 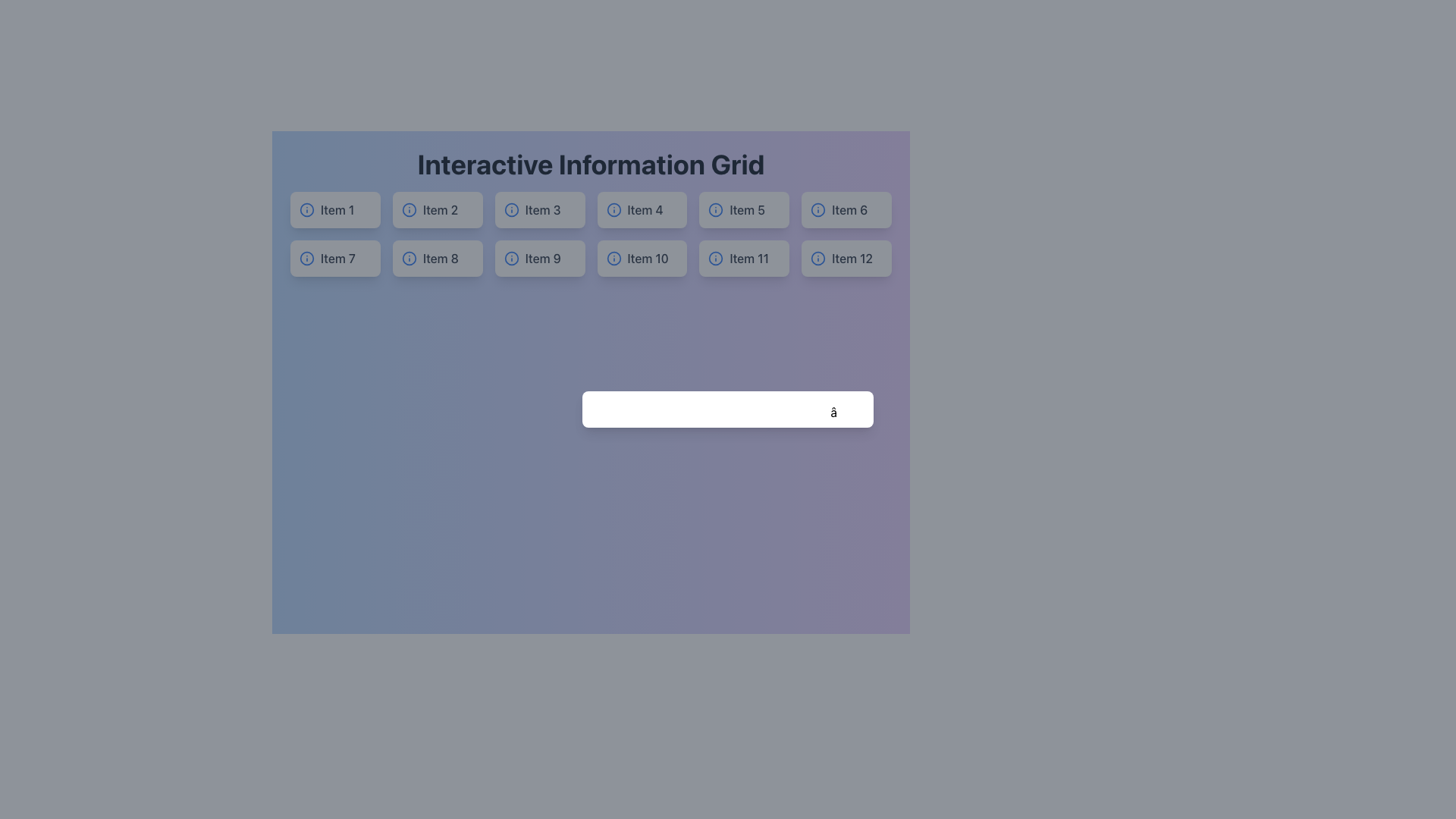 What do you see at coordinates (543, 257) in the screenshot?
I see `the text label displaying 'Item 9' which is styled with medium-weight dark gray text, located in the second row, third column of the grid layout` at bounding box center [543, 257].